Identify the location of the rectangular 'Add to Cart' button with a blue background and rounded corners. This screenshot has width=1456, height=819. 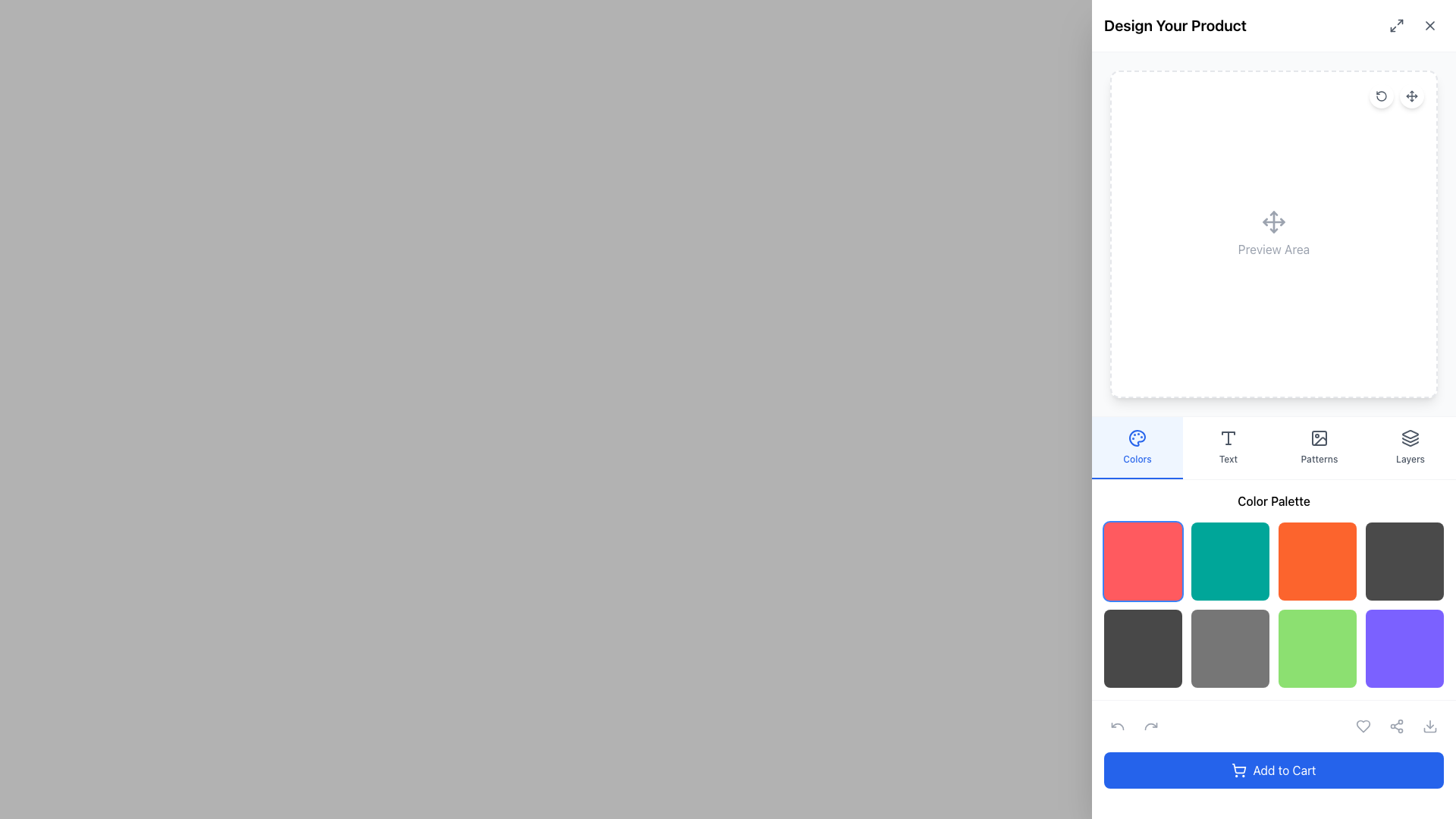
(1274, 770).